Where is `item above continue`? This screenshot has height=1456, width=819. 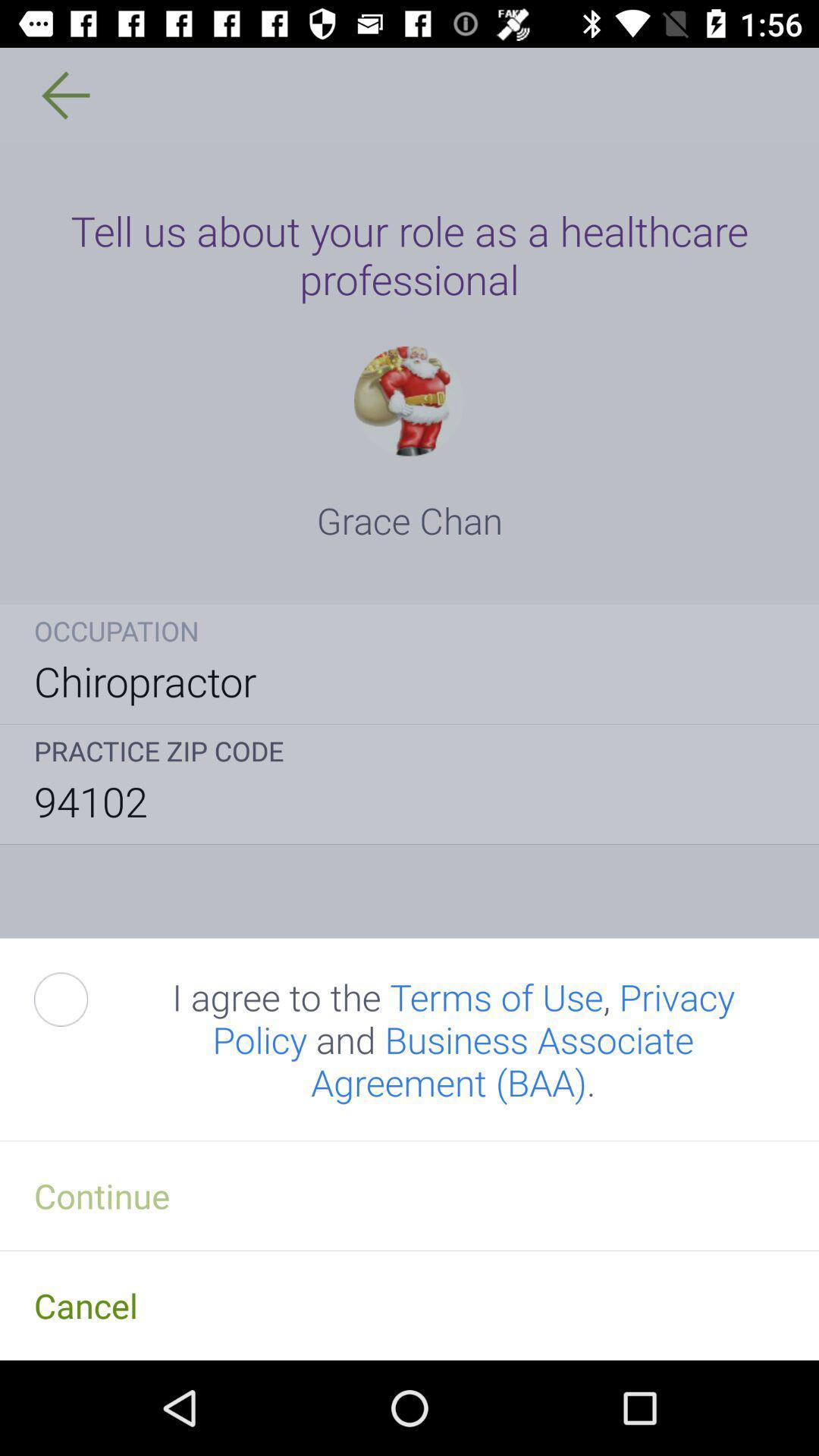
item above continue is located at coordinates (453, 1039).